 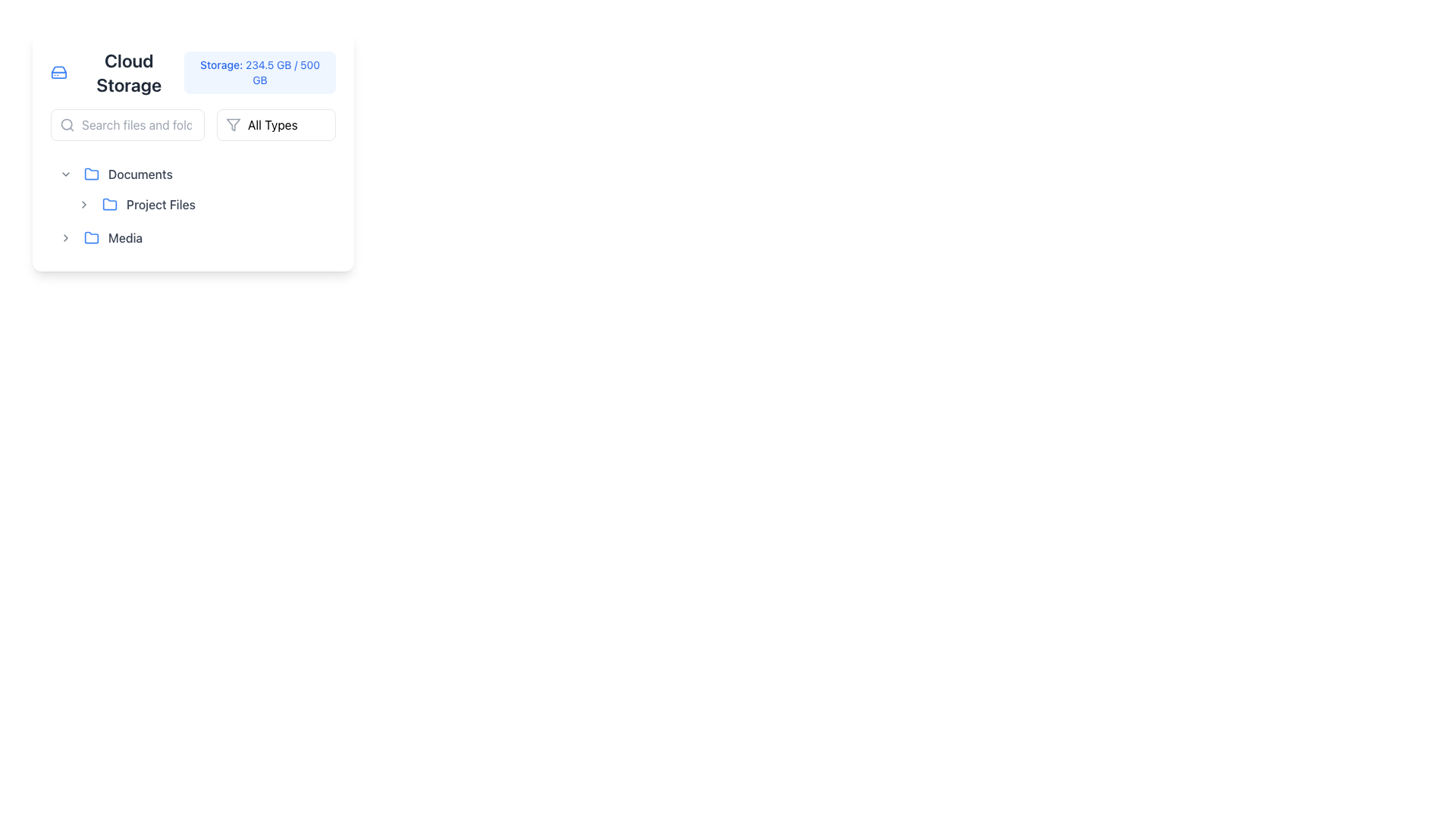 What do you see at coordinates (59, 73) in the screenshot?
I see `the hard drive icon, which is a minimalistic blue rectangular icon located in the upper left corner of the interface next to the 'Cloud Storage' label` at bounding box center [59, 73].